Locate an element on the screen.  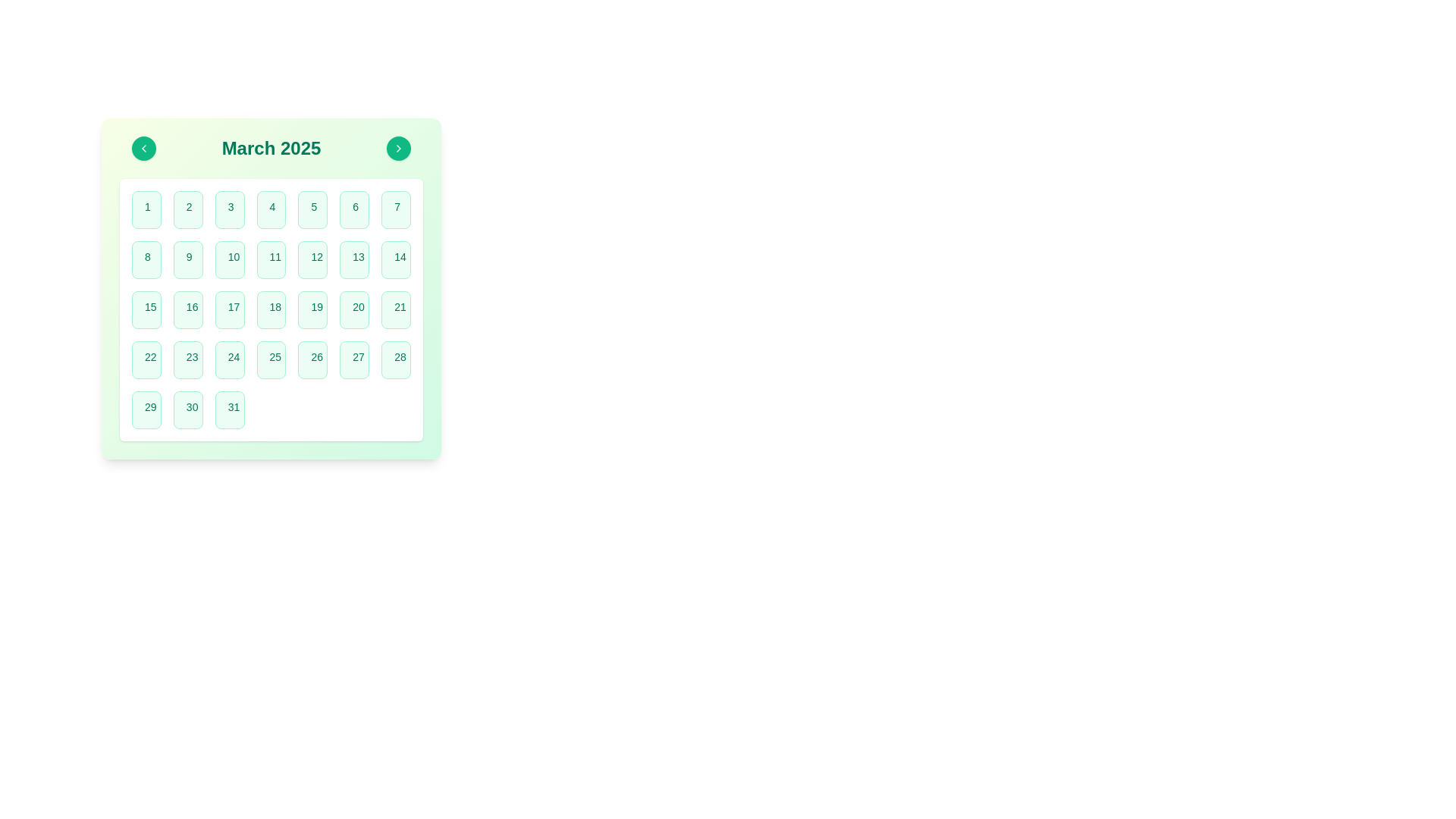
the Calendar date cell representing March 16, 2025, for keyboard navigation is located at coordinates (187, 309).